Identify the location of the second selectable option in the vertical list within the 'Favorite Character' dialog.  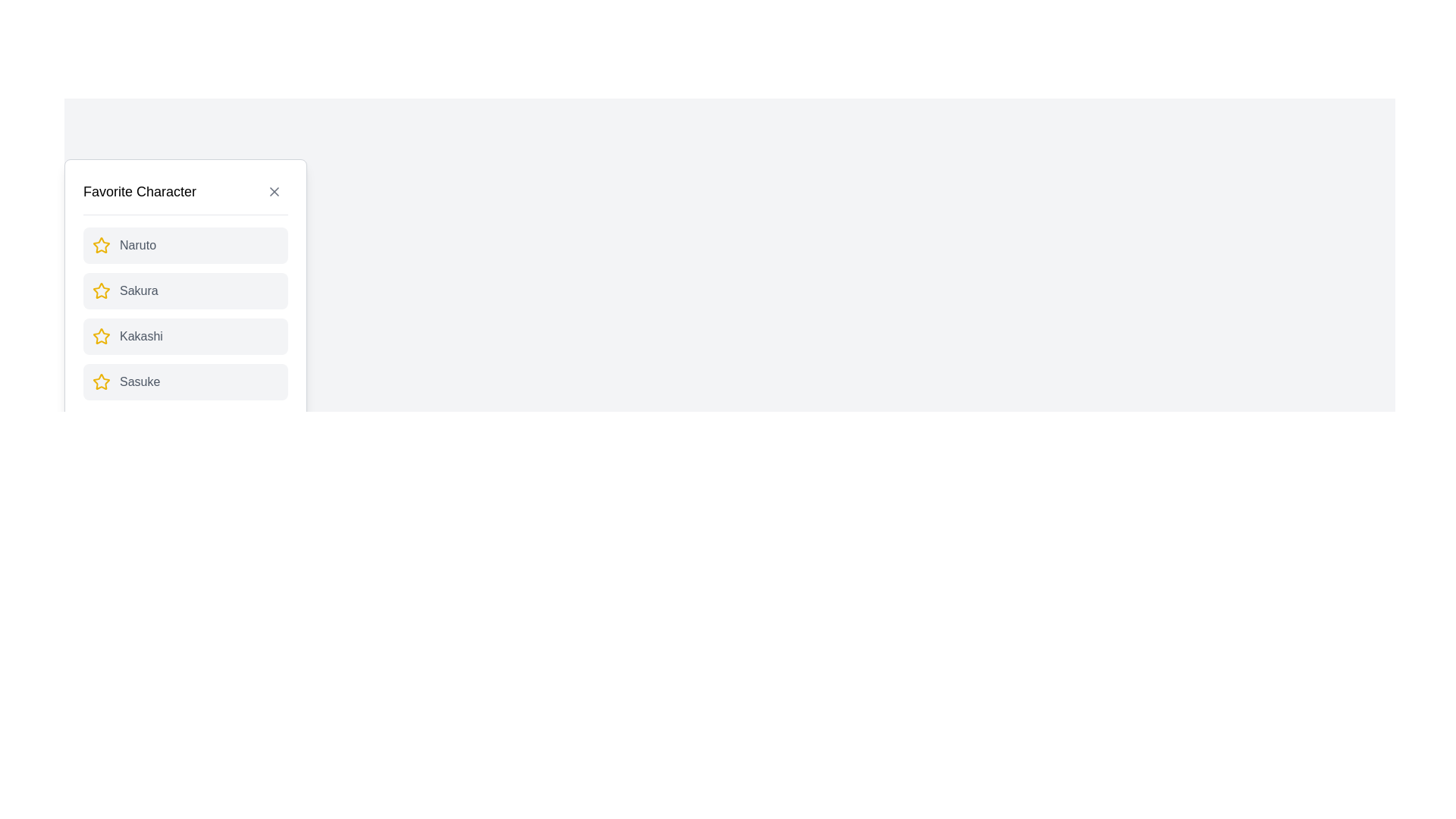
(184, 289).